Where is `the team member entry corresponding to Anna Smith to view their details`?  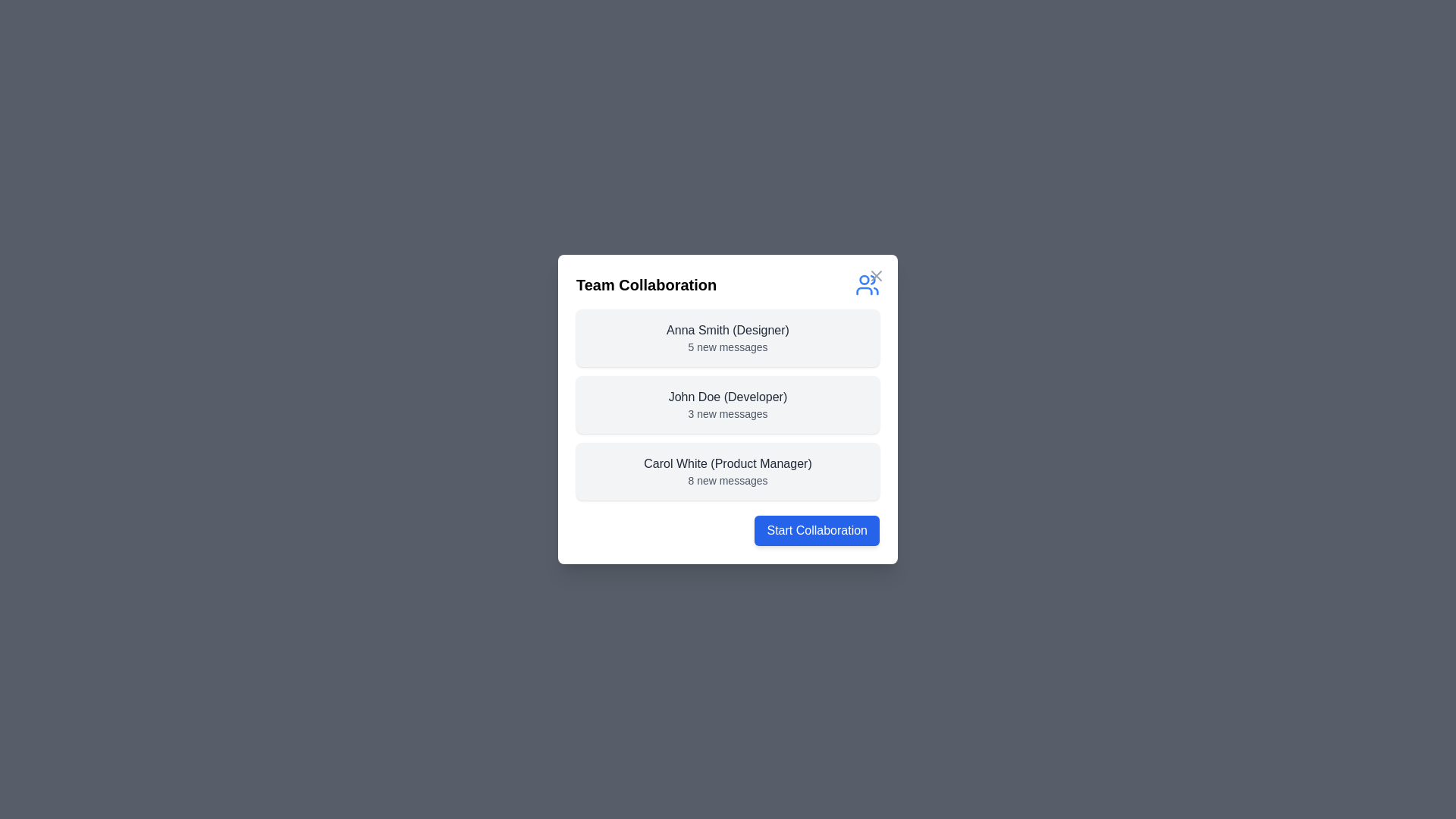 the team member entry corresponding to Anna Smith to view their details is located at coordinates (728, 337).